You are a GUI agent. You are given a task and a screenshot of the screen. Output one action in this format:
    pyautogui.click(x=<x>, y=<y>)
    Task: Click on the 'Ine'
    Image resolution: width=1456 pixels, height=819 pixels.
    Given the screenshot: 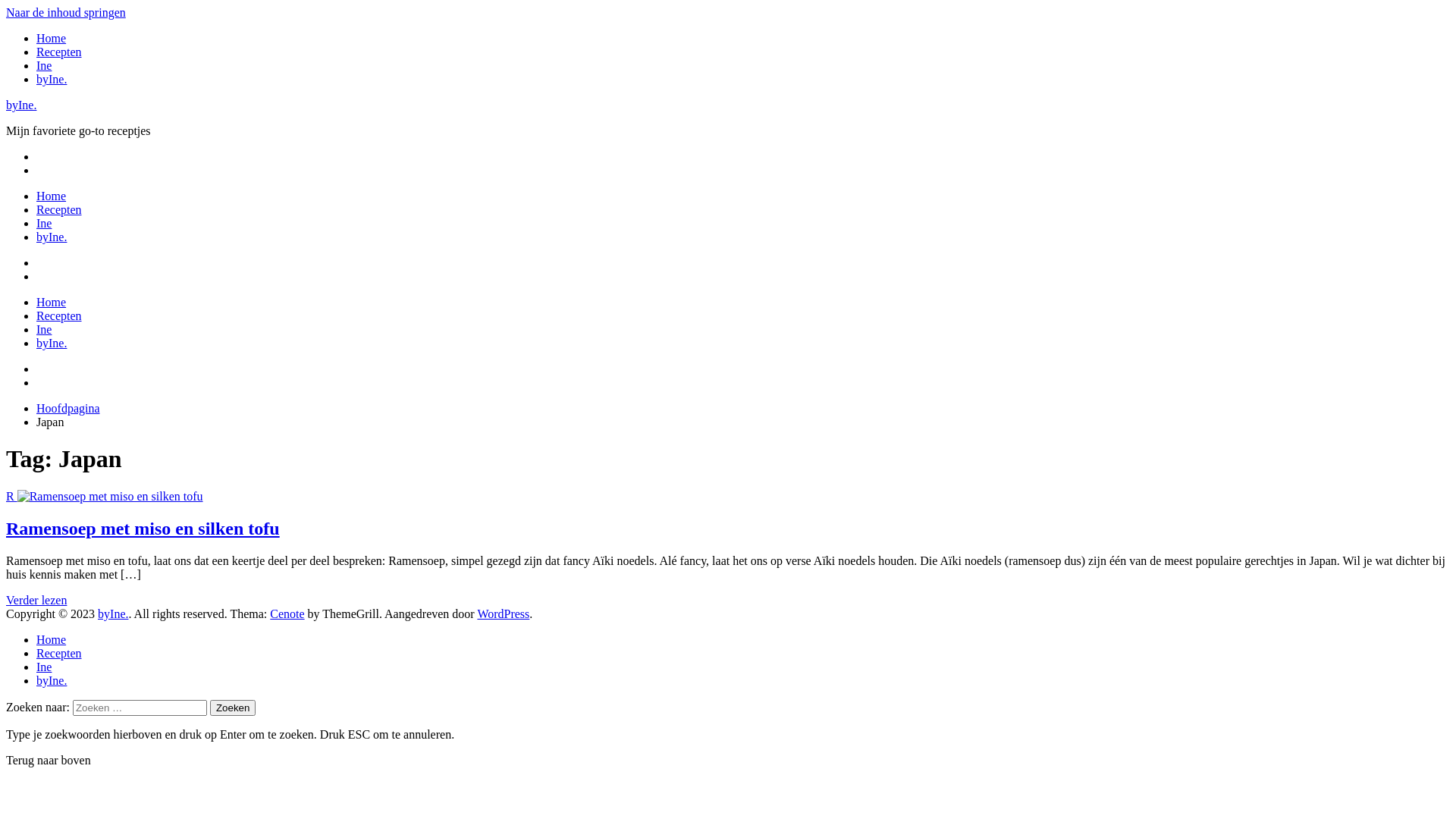 What is the action you would take?
    pyautogui.click(x=43, y=223)
    